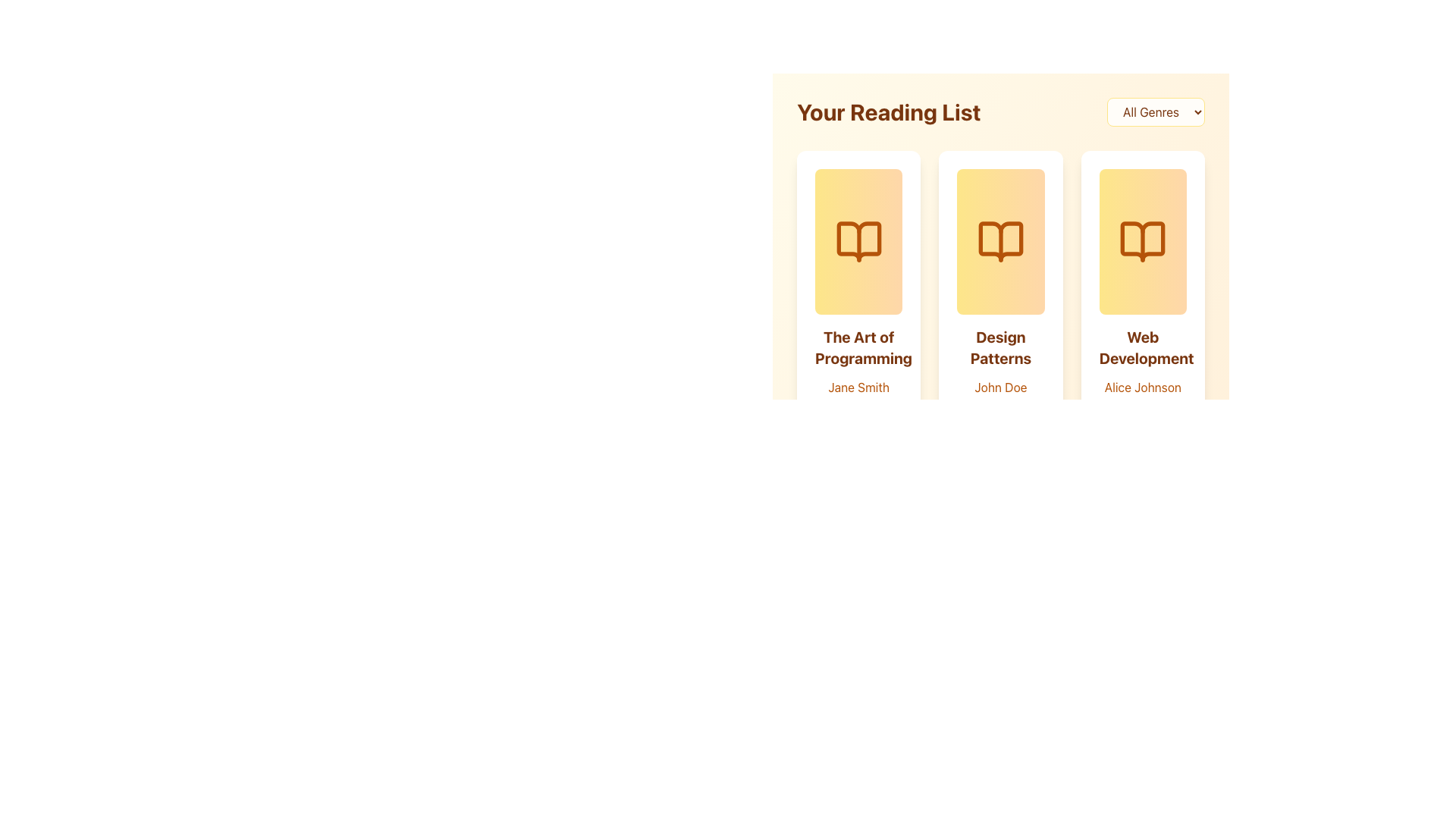 The height and width of the screenshot is (819, 1456). What do you see at coordinates (889, 111) in the screenshot?
I see `header text that serves as the title for the section related to the user's reading preferences, located at the top-left corner of the interface before the 'All Genres' dropdown menu` at bounding box center [889, 111].